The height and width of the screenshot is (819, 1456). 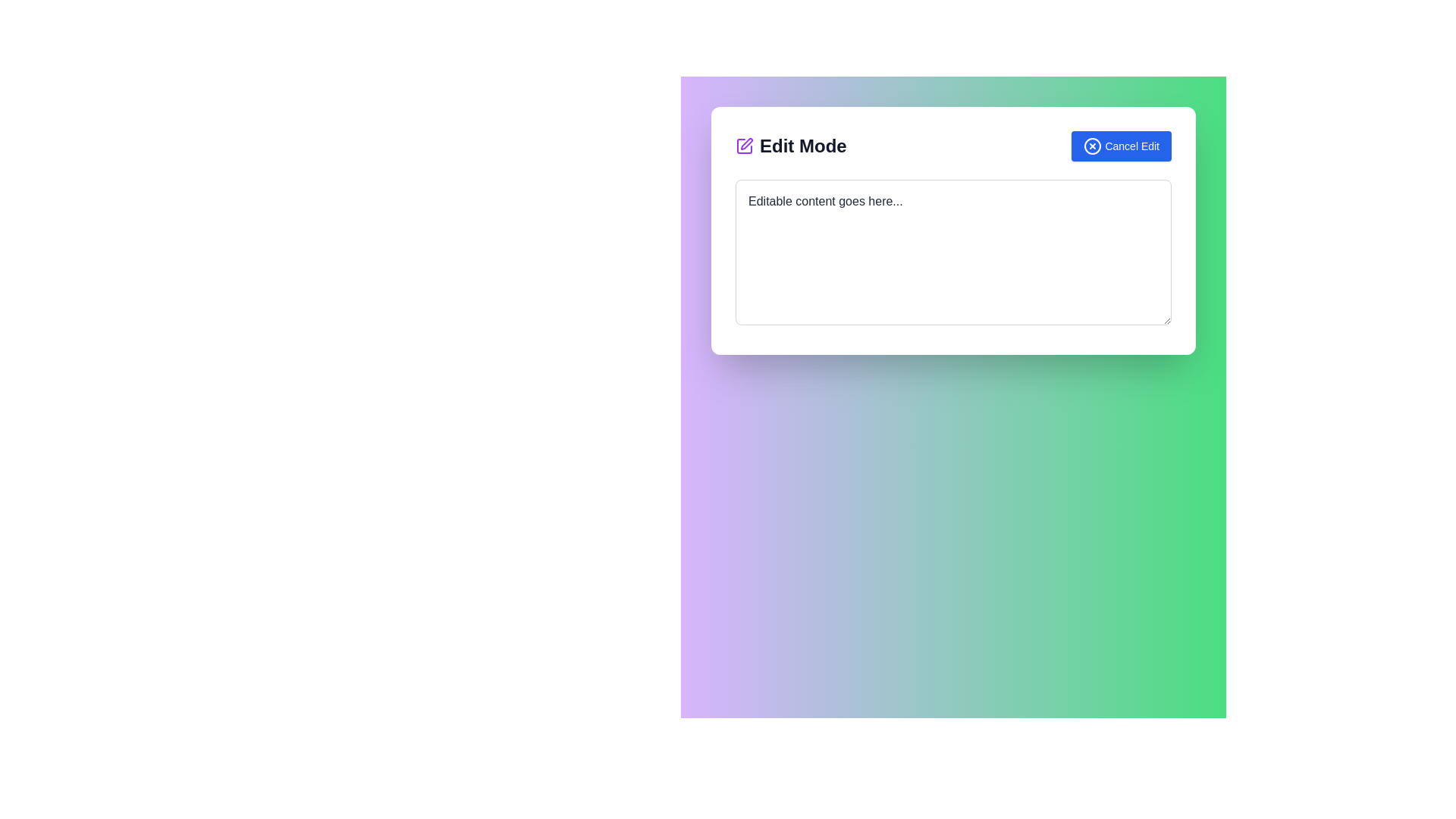 I want to click on the 'Edit Mode' icon, which serves as a symbolic identifier for edit-related actions, located to the far left of the header above the input section, so click(x=745, y=146).